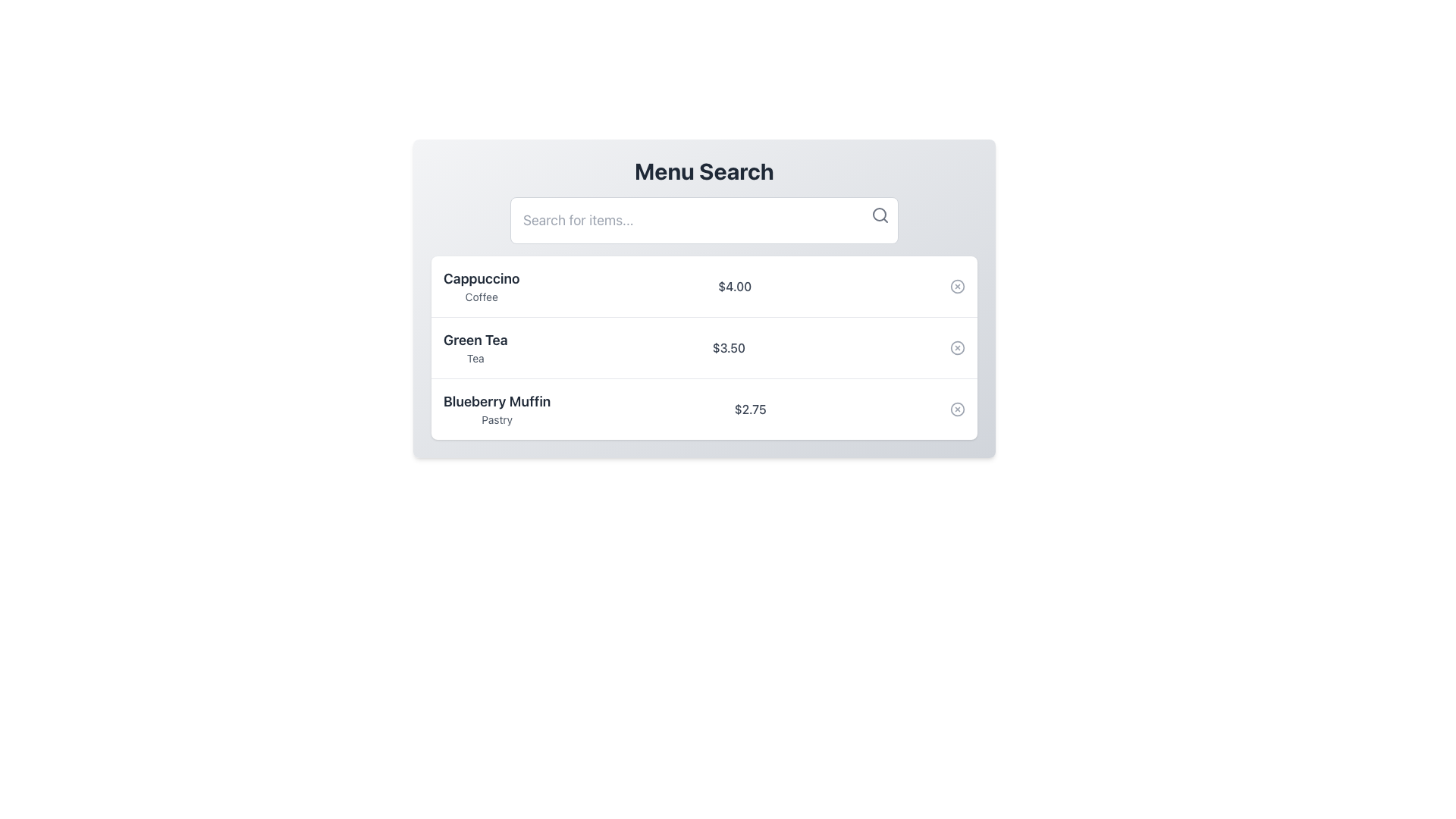  What do you see at coordinates (729, 348) in the screenshot?
I see `the price element '$3.50' displayed in gray text for the 'Green Tea' item in the menu interface` at bounding box center [729, 348].